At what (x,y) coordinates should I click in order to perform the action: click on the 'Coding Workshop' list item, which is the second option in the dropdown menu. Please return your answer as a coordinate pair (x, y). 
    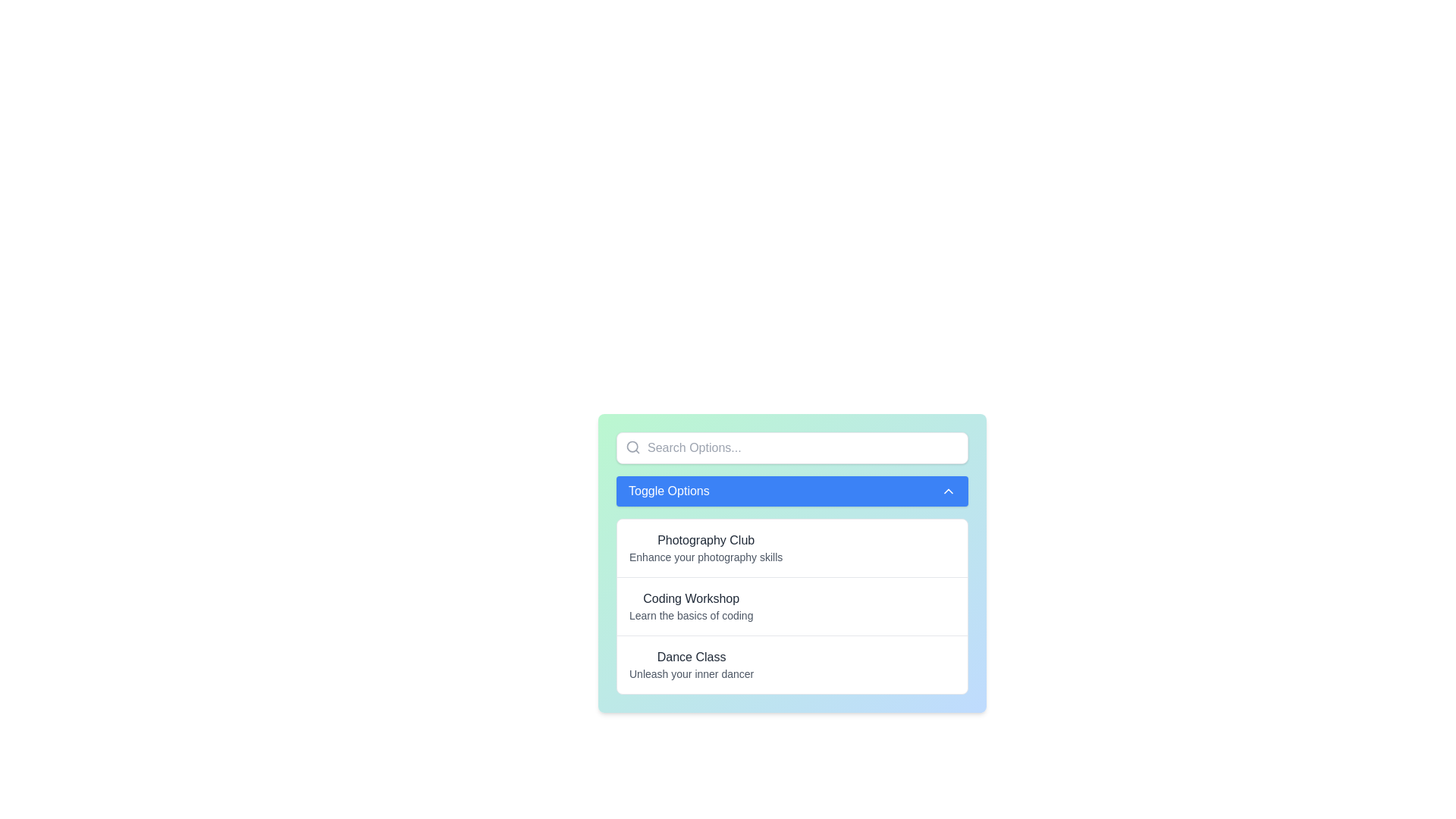
    Looking at the image, I should click on (690, 605).